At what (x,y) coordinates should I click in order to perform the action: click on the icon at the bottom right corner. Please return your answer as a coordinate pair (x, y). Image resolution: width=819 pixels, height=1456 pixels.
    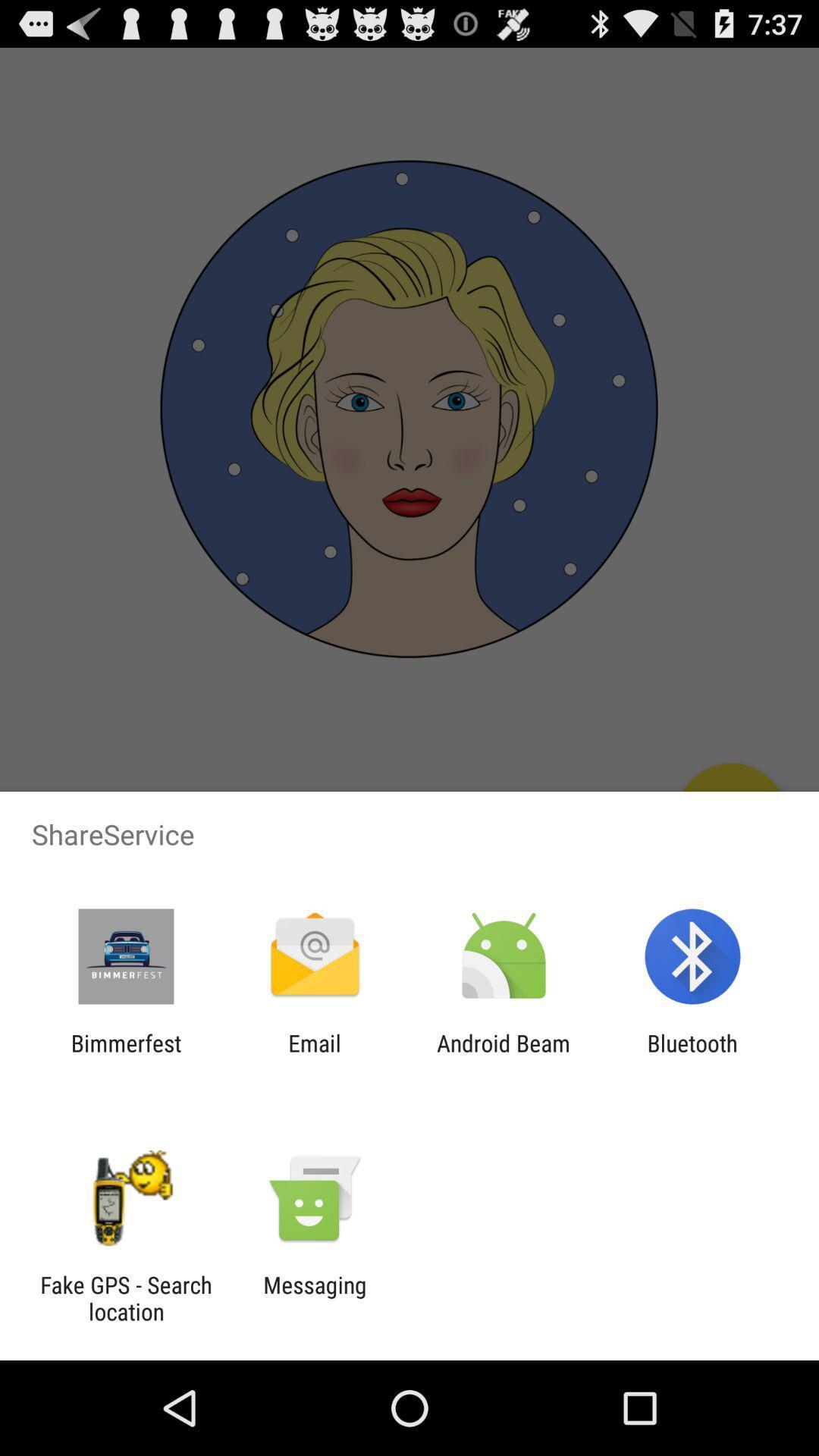
    Looking at the image, I should click on (692, 1056).